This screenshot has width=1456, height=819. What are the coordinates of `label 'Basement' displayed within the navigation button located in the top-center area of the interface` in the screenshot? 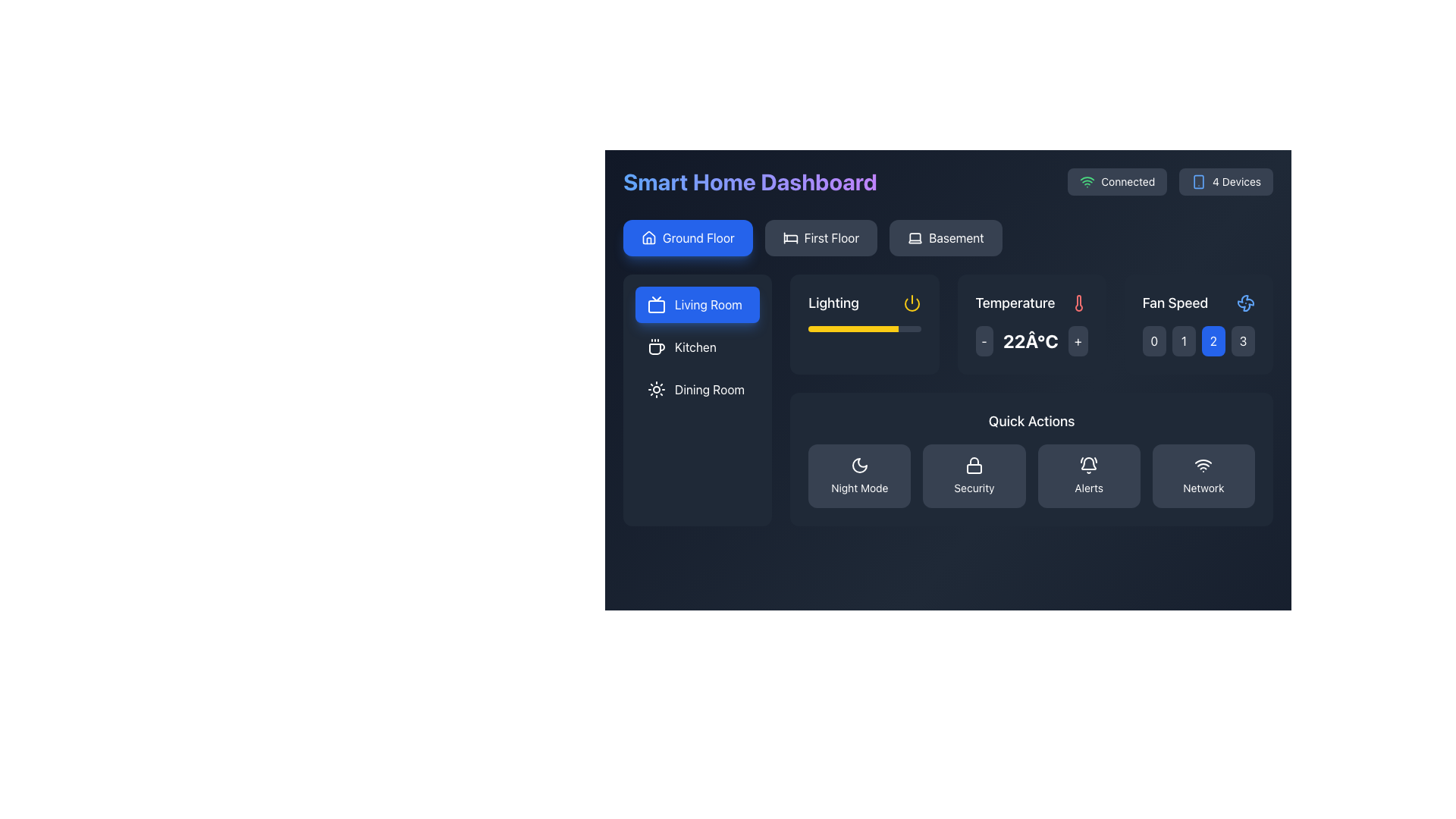 It's located at (955, 237).